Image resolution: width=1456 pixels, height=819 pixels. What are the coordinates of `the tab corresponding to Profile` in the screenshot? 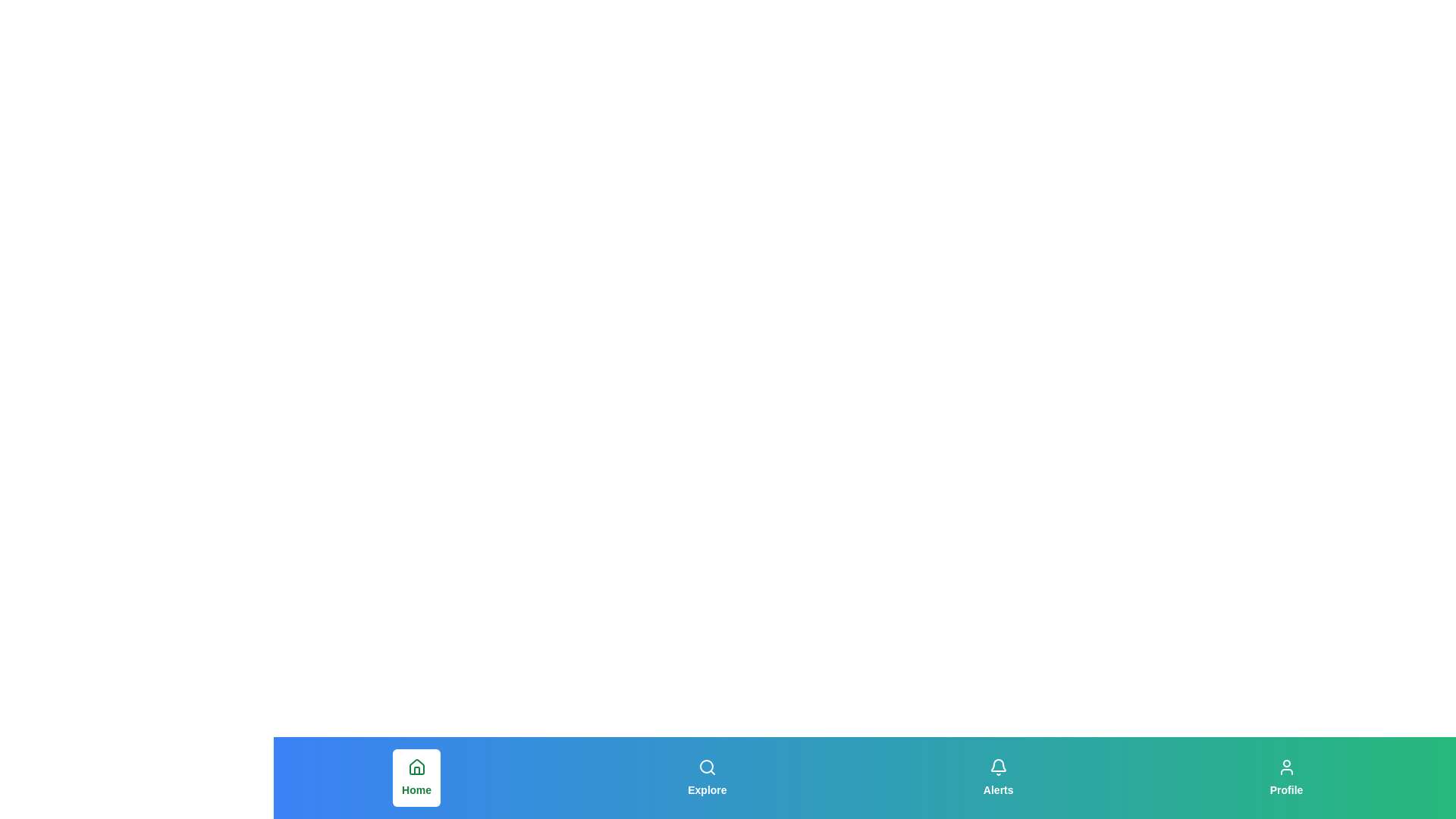 It's located at (1285, 778).